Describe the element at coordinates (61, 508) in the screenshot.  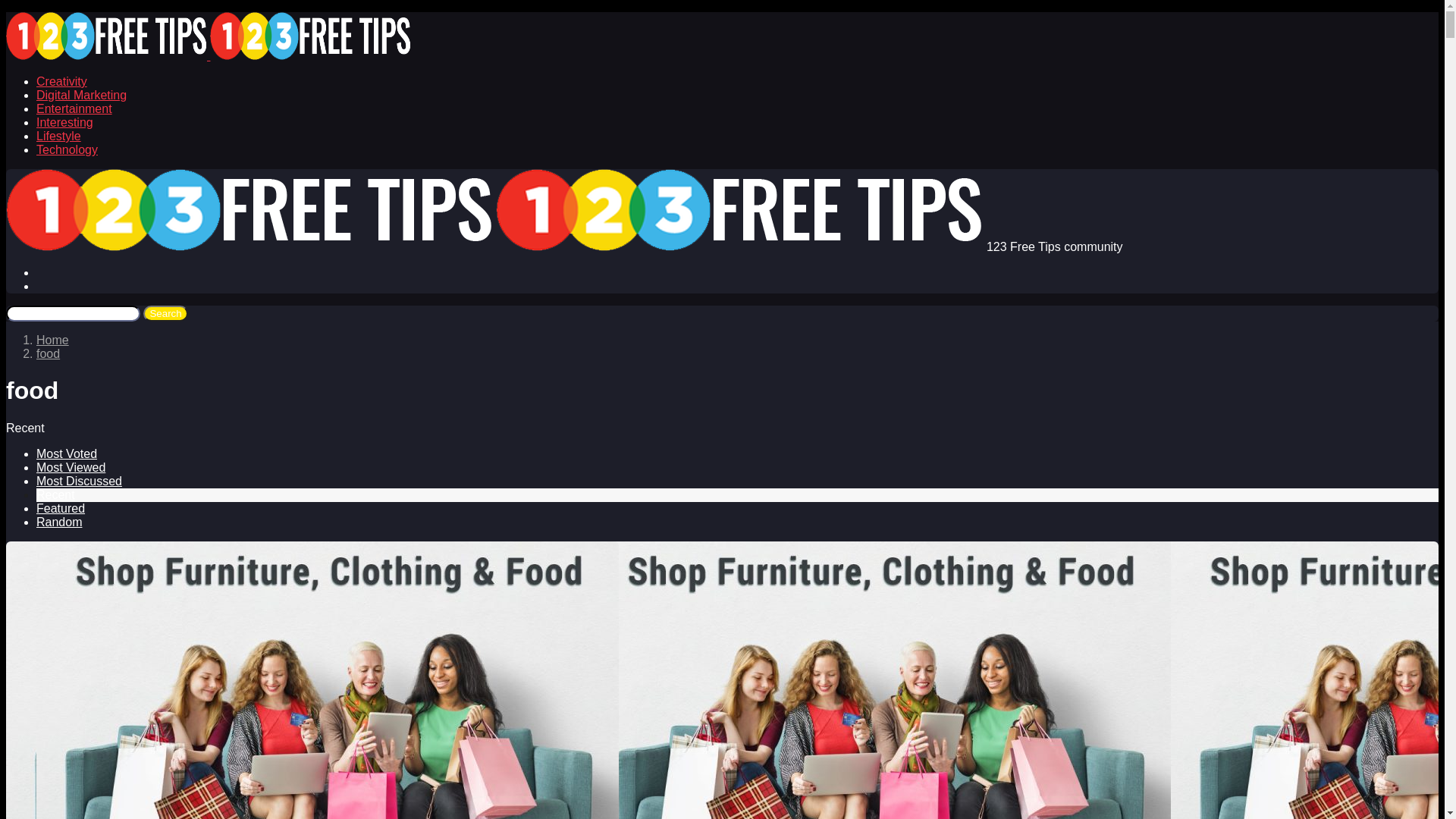
I see `'Featured'` at that location.